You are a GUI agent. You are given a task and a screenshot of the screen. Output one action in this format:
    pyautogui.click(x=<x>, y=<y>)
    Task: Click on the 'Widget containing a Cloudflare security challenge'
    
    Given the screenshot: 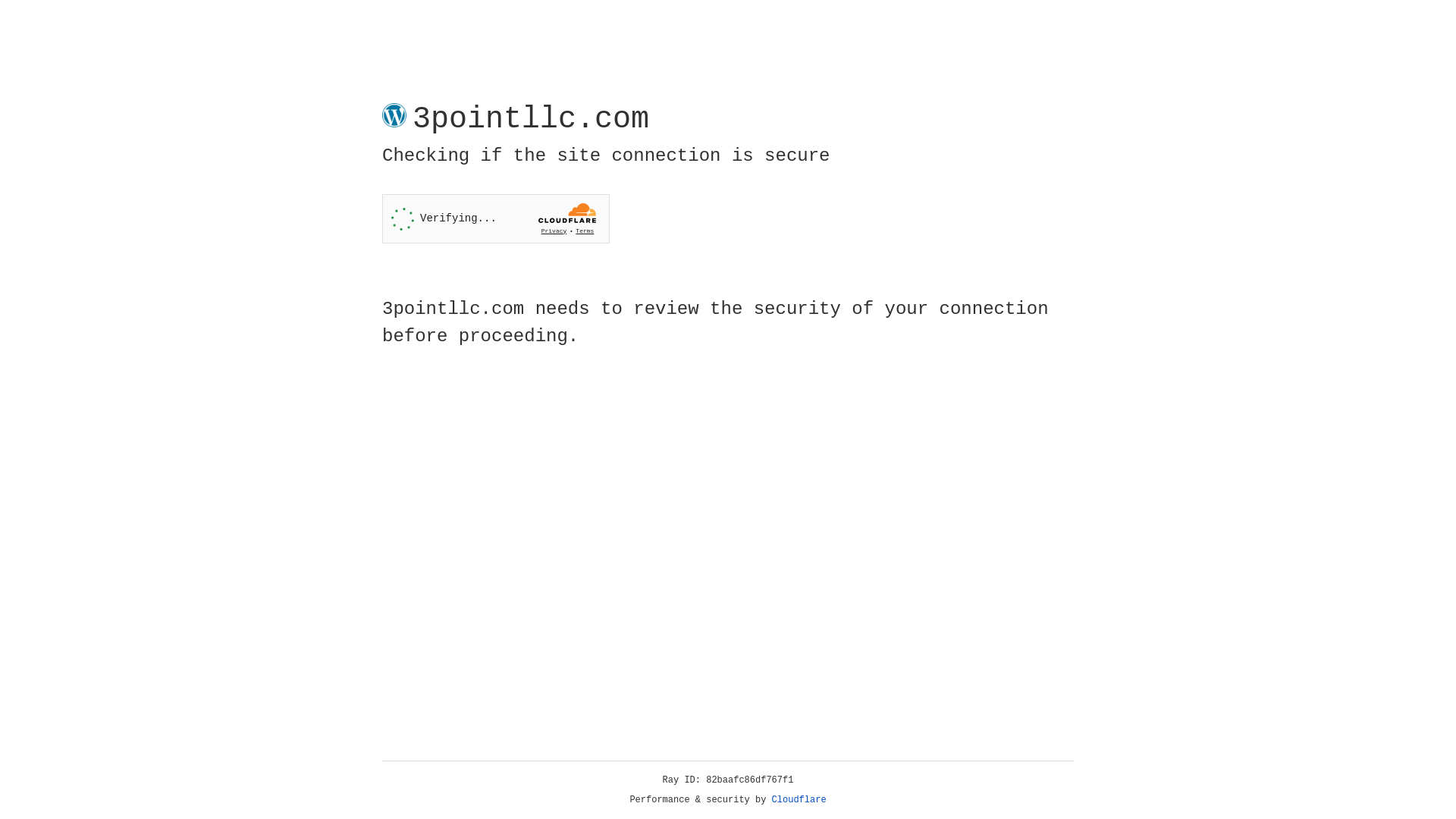 What is the action you would take?
    pyautogui.click(x=495, y=218)
    